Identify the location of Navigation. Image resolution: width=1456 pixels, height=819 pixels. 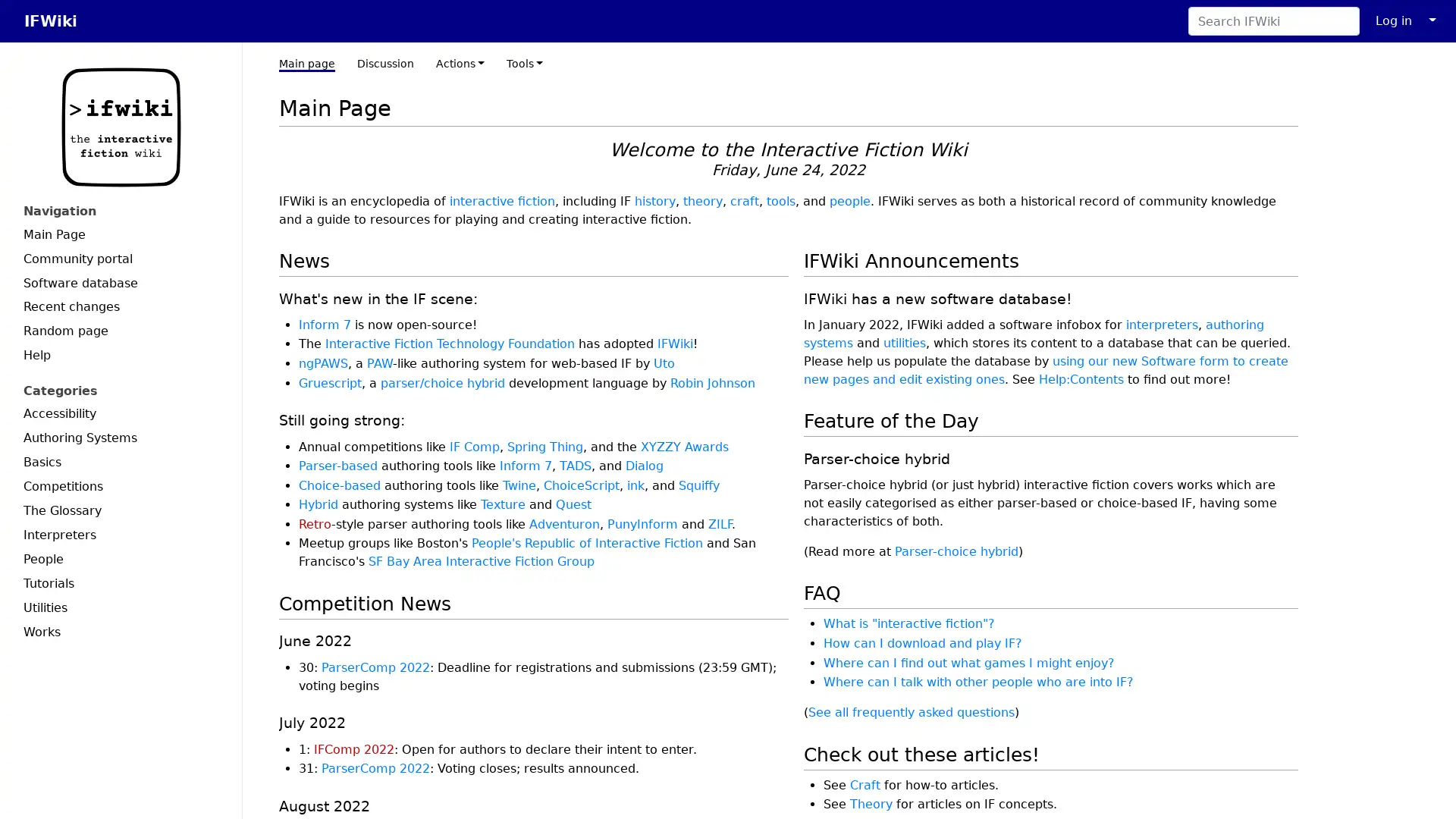
(120, 211).